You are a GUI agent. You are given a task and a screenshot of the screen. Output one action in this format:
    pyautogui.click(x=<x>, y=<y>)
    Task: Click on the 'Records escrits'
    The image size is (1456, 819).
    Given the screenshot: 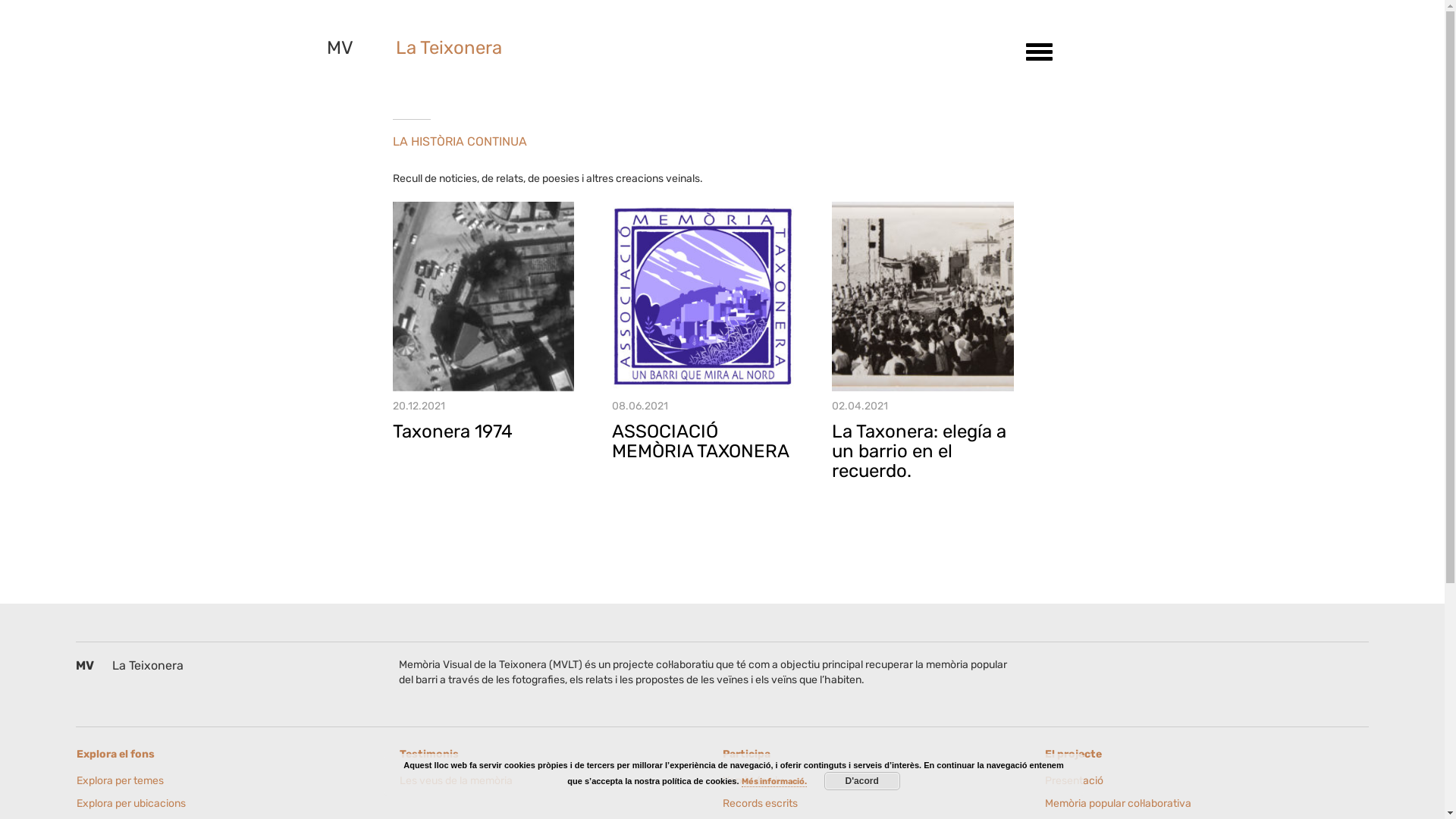 What is the action you would take?
    pyautogui.click(x=783, y=803)
    